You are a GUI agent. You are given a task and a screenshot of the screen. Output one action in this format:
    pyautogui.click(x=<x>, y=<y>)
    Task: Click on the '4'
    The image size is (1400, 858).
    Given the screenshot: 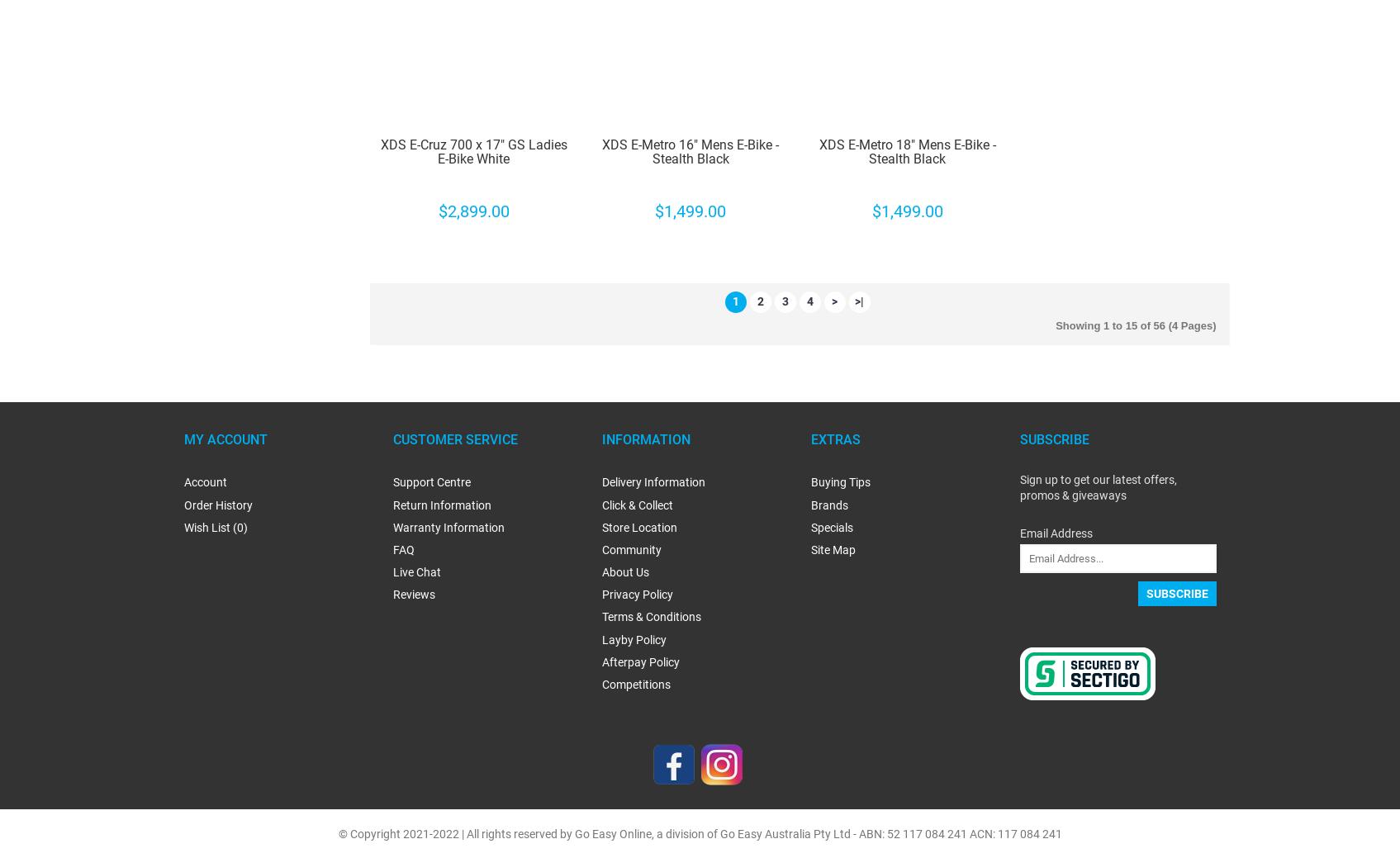 What is the action you would take?
    pyautogui.click(x=809, y=301)
    